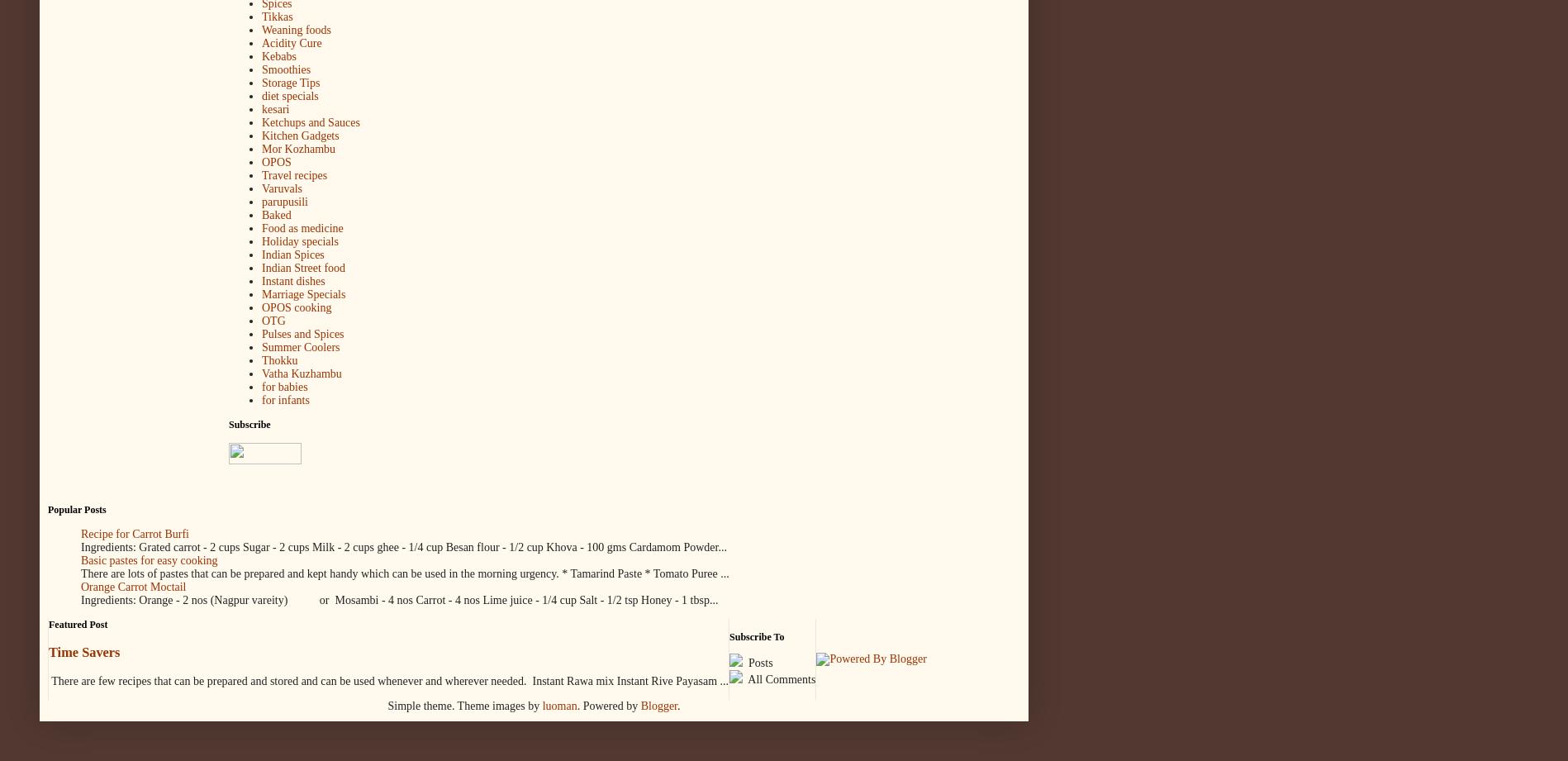  What do you see at coordinates (285, 201) in the screenshot?
I see `'parupusili'` at bounding box center [285, 201].